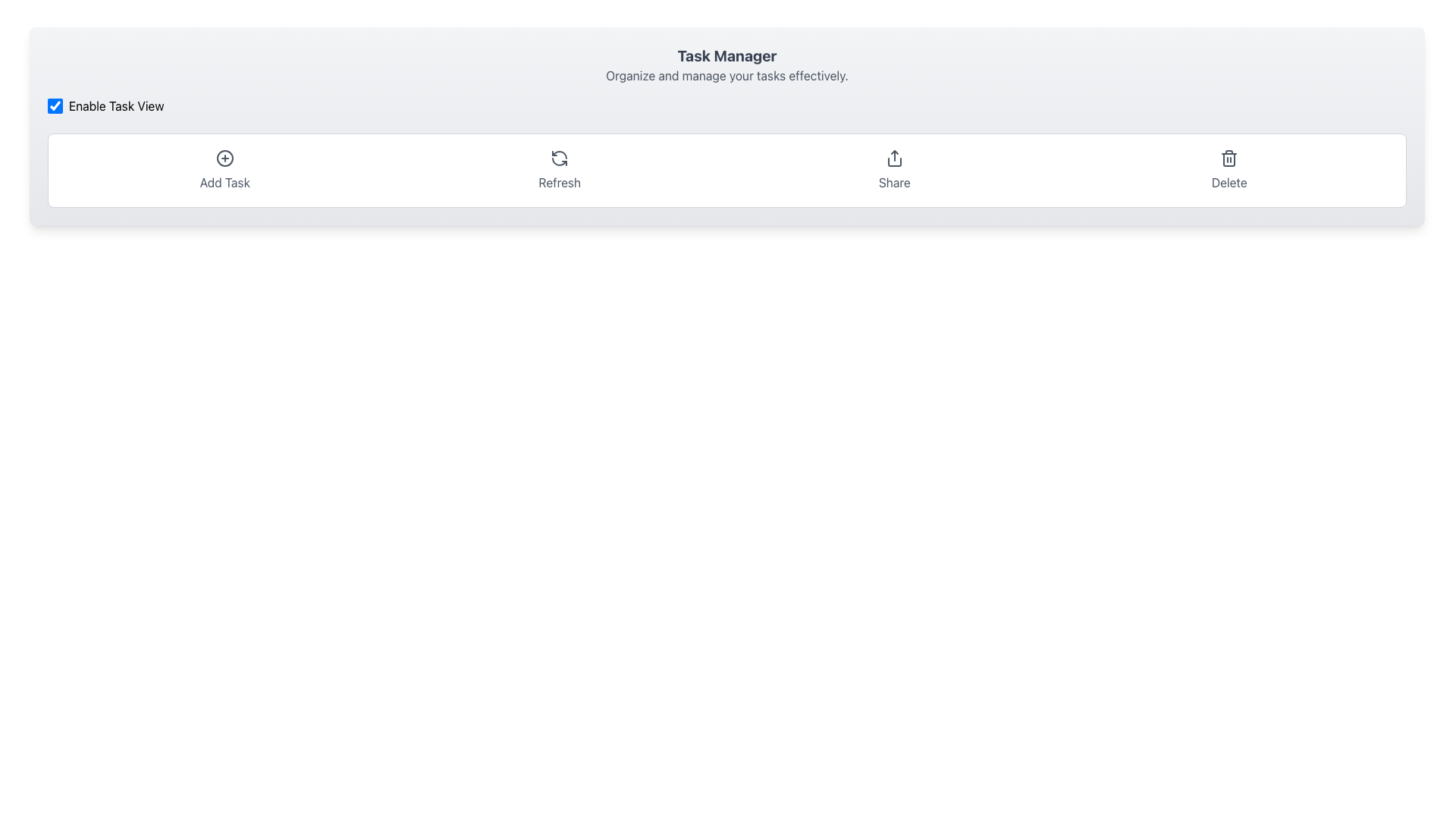 This screenshot has height=819, width=1456. Describe the element at coordinates (726, 55) in the screenshot. I see `the 'Task Manager' text label, which is prominently displayed in bold and larger font size, located at the top center of the application interface` at that location.